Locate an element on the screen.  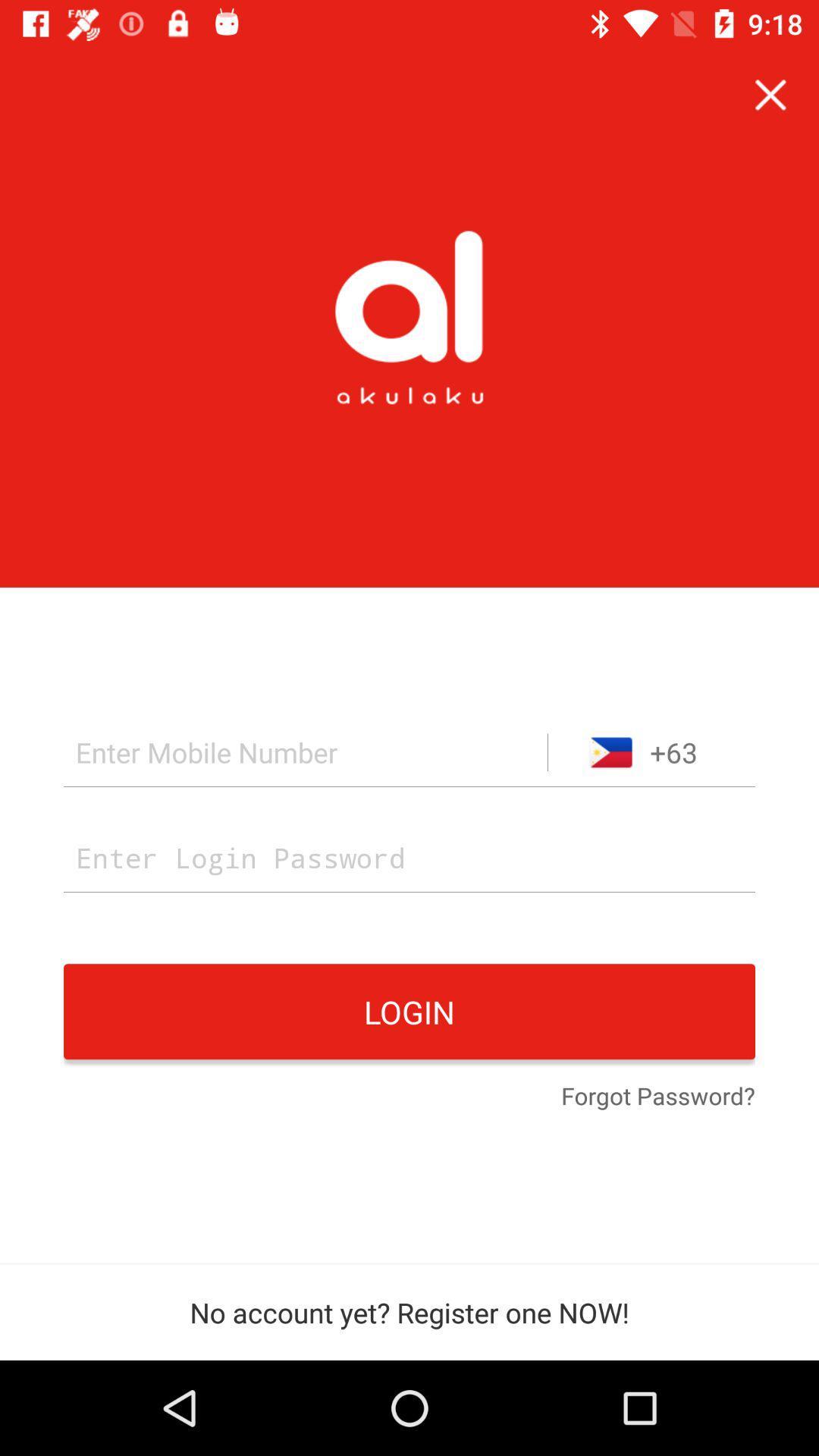
a slot to enter mobile number is located at coordinates (306, 752).